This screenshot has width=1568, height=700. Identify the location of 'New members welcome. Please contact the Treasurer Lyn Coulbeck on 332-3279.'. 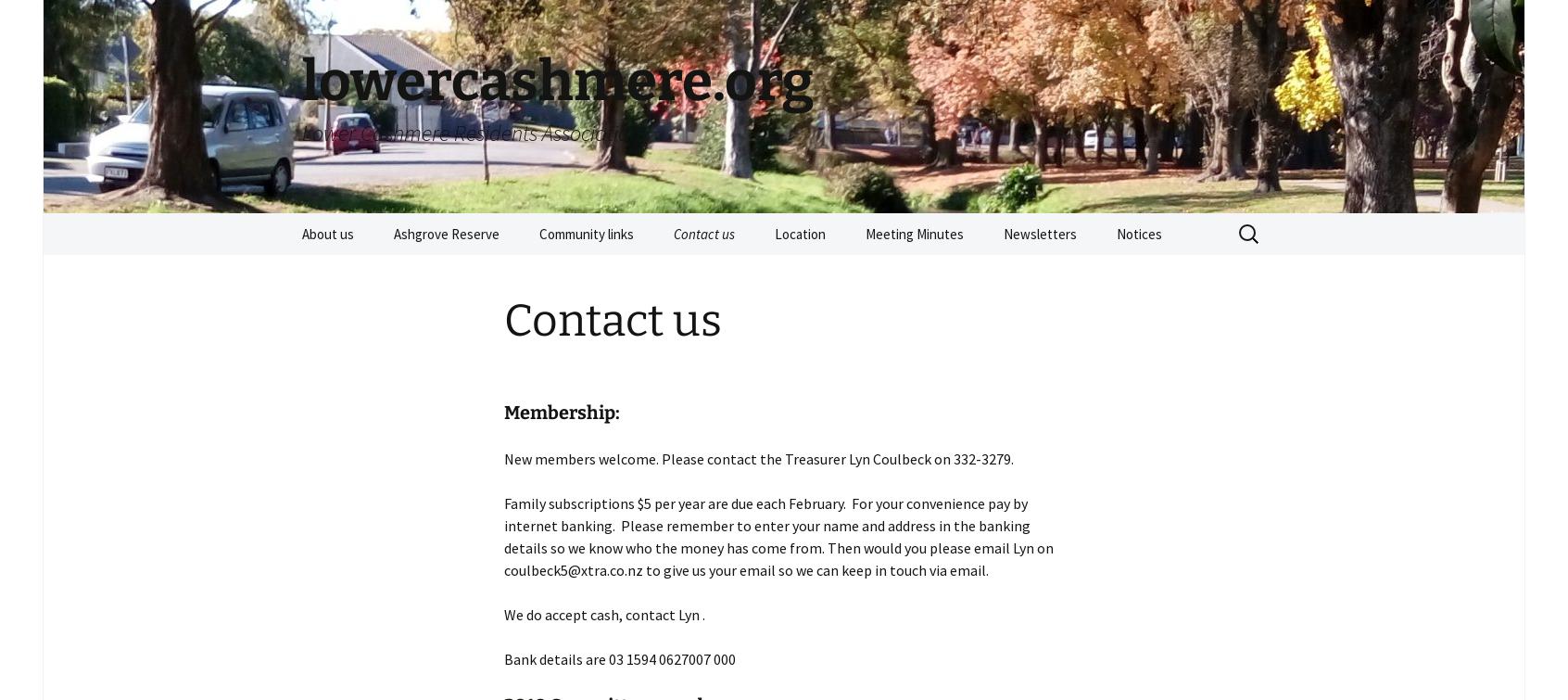
(758, 457).